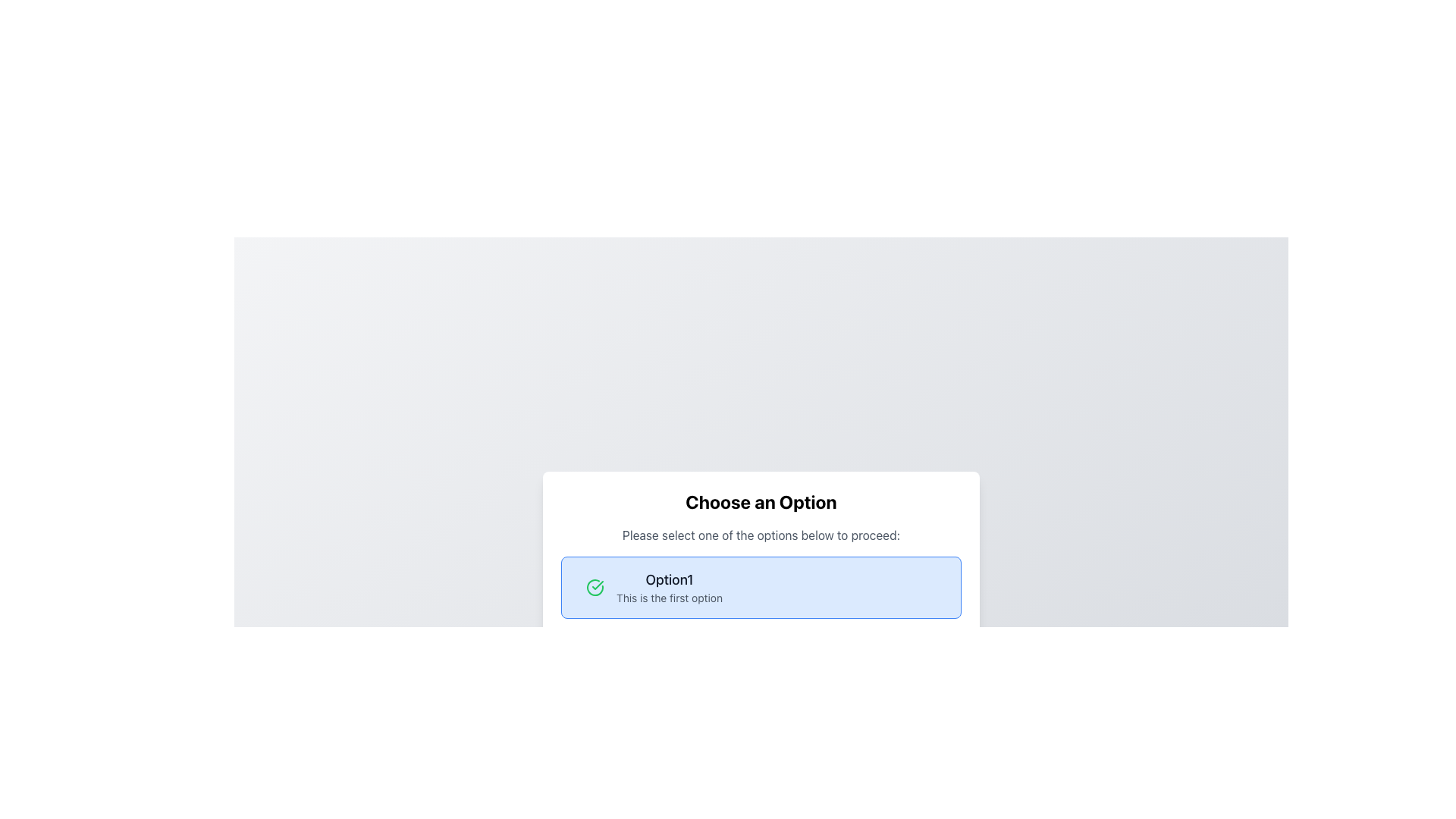 The width and height of the screenshot is (1456, 819). Describe the element at coordinates (595, 587) in the screenshot. I see `the green checkmark icon located at the top-left region of 'Option1' to determine the selection status` at that location.